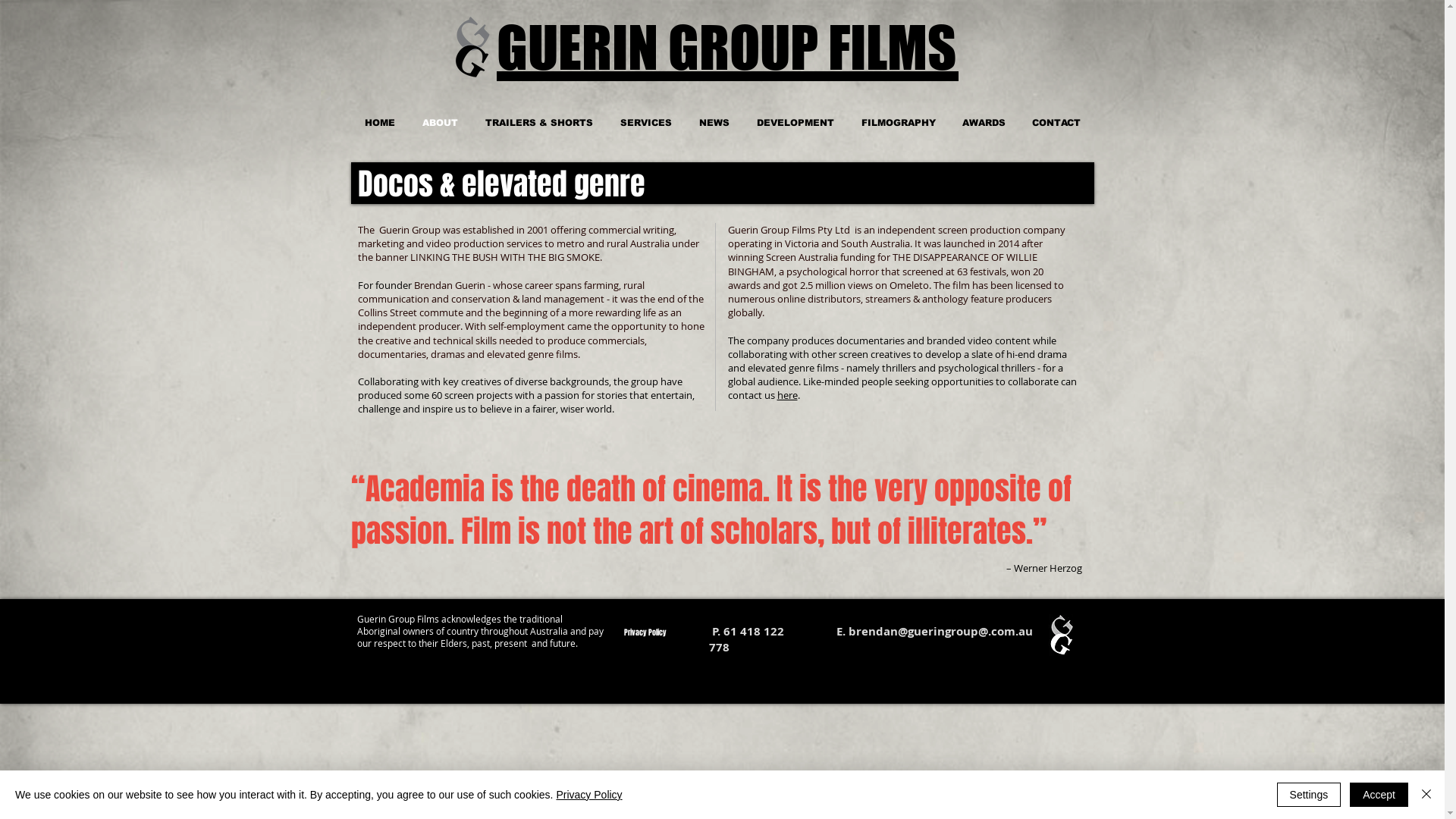 This screenshot has width=1456, height=819. What do you see at coordinates (1276, 794) in the screenshot?
I see `'Settings'` at bounding box center [1276, 794].